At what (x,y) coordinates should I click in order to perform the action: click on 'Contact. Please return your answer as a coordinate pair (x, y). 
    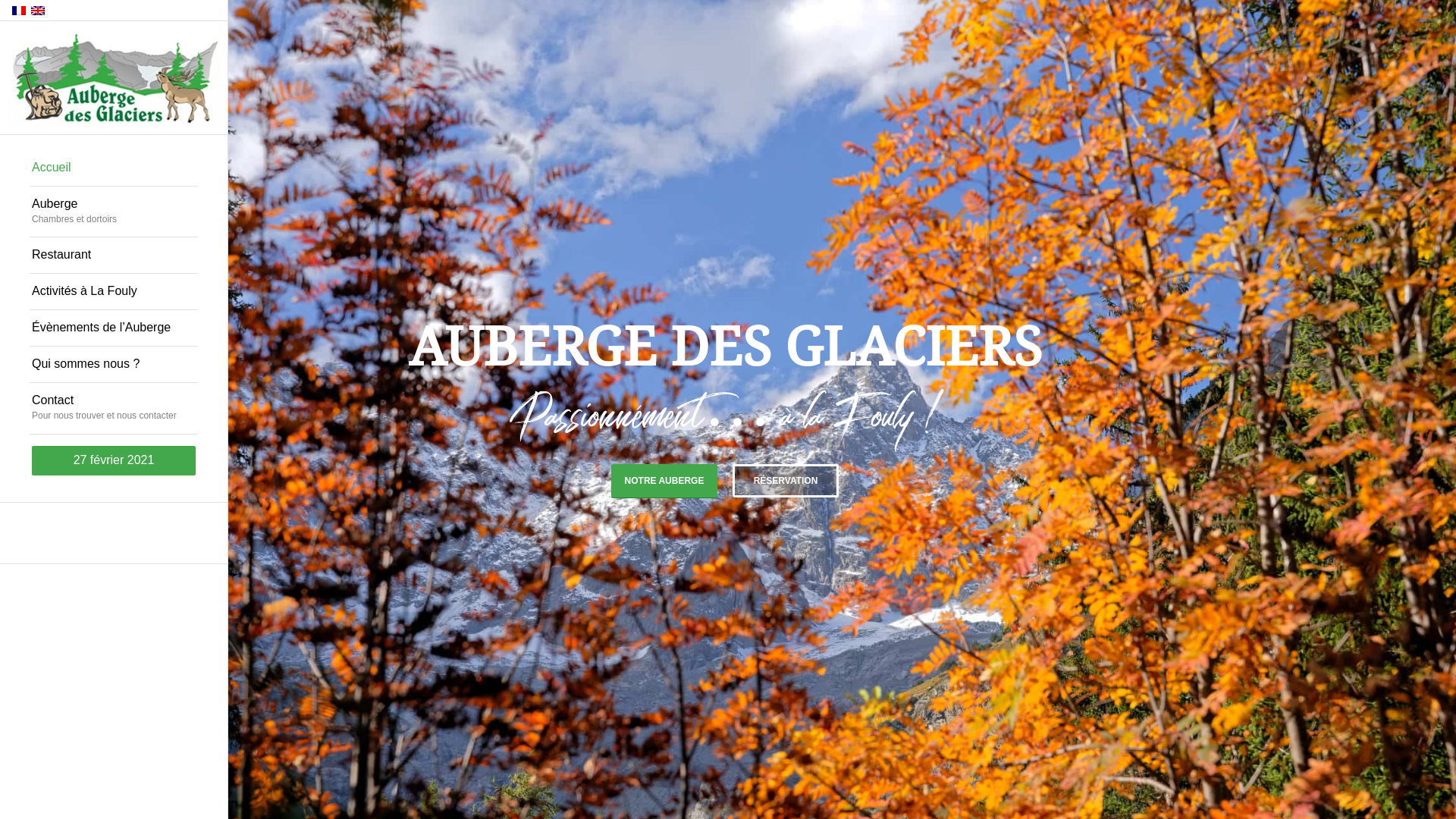
    Looking at the image, I should click on (112, 408).